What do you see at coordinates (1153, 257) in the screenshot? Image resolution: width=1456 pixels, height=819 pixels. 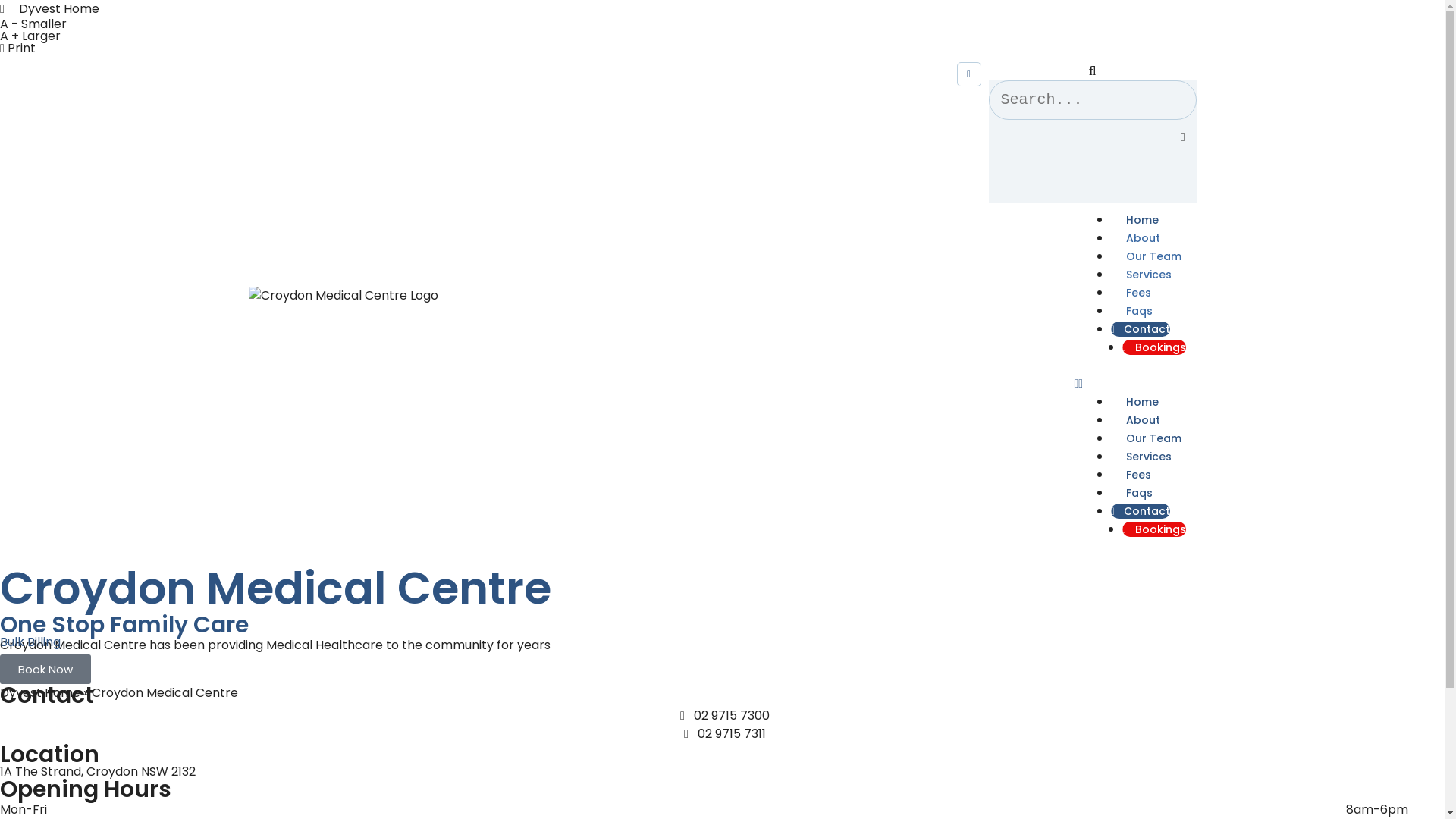 I see `'Our Team'` at bounding box center [1153, 257].